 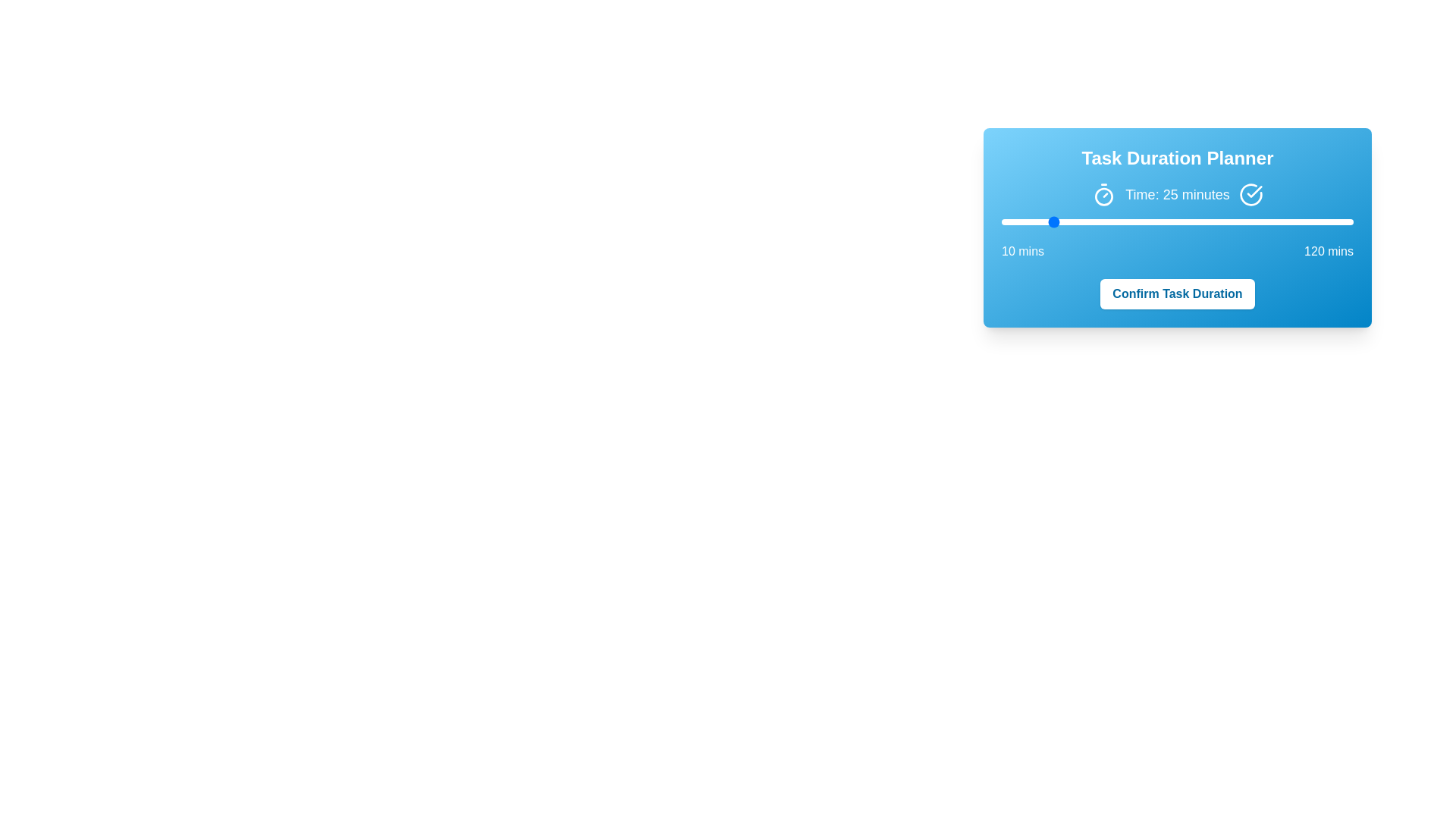 What do you see at coordinates (1298, 222) in the screenshot?
I see `the slider to a specific value 103 within the range of 10 to 120 minutes` at bounding box center [1298, 222].